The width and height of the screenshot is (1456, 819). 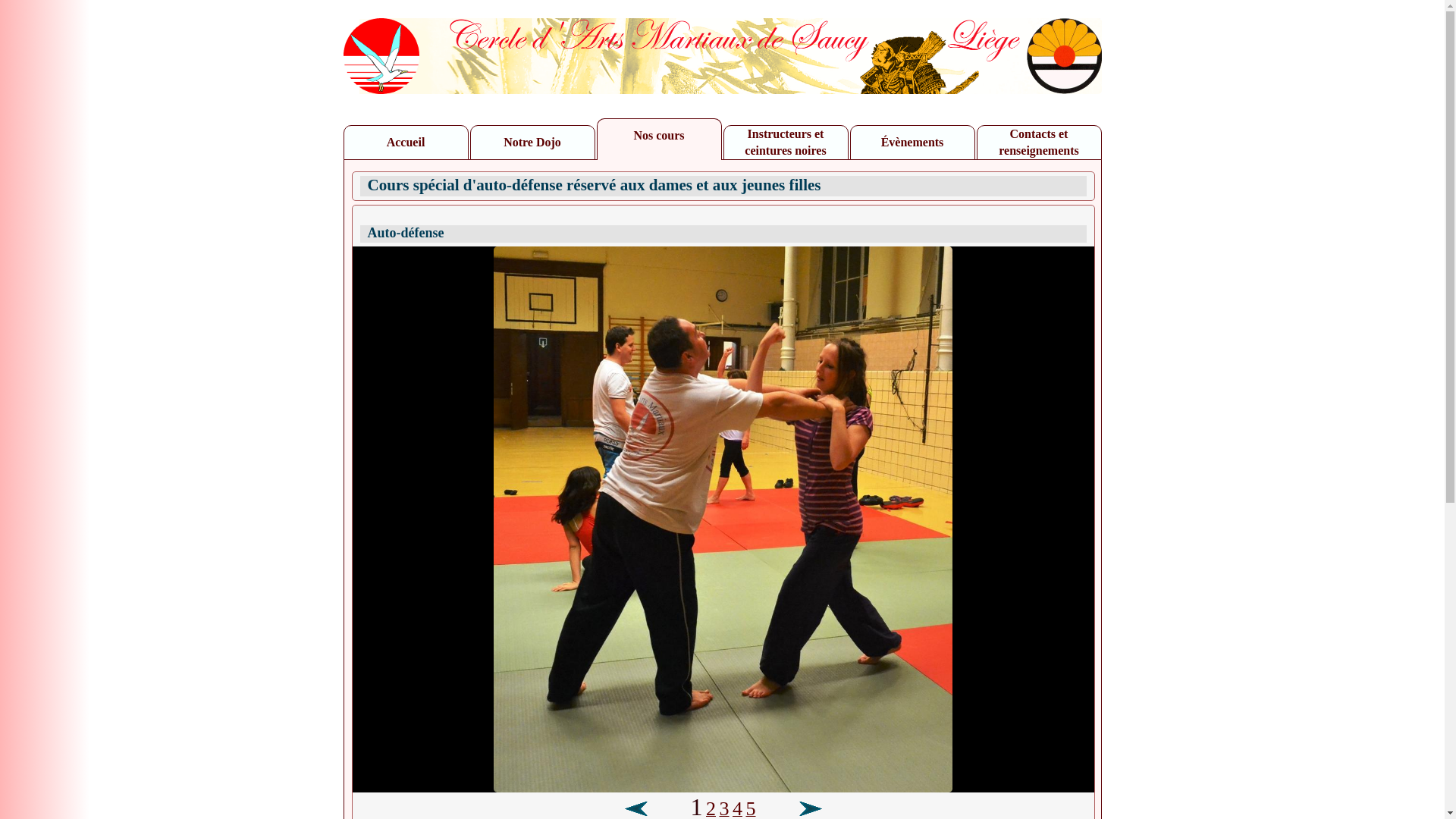 What do you see at coordinates (785, 143) in the screenshot?
I see `'Instructeurs et` at bounding box center [785, 143].